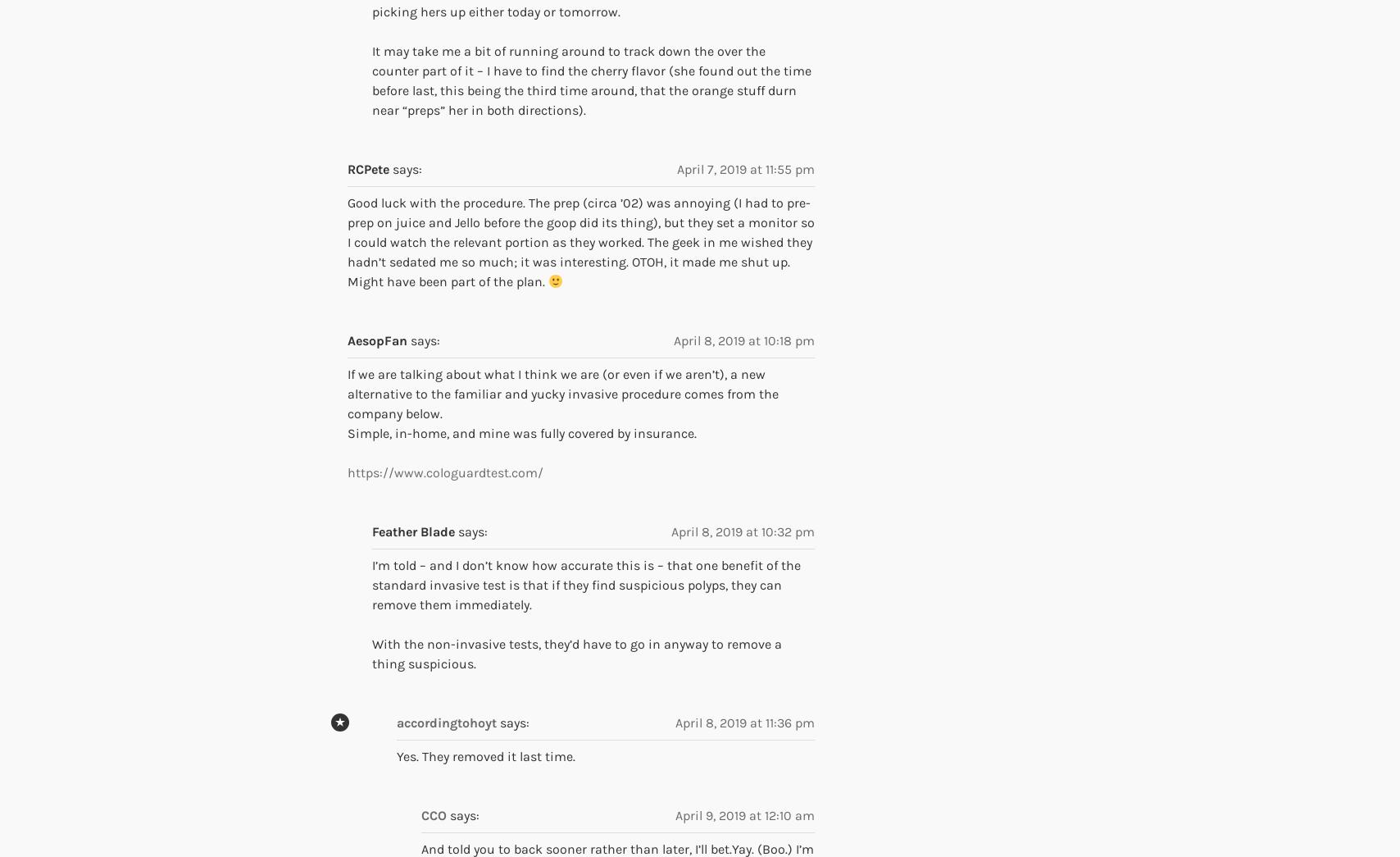 Image resolution: width=1400 pixels, height=857 pixels. What do you see at coordinates (591, 80) in the screenshot?
I see `'It may take me a bit of running around to track down the over the counter part of it – I have to find the cherry flavor (she found out the time before last, this being the third time around, that the orange stuff durn near “preps” her in both directions).'` at bounding box center [591, 80].